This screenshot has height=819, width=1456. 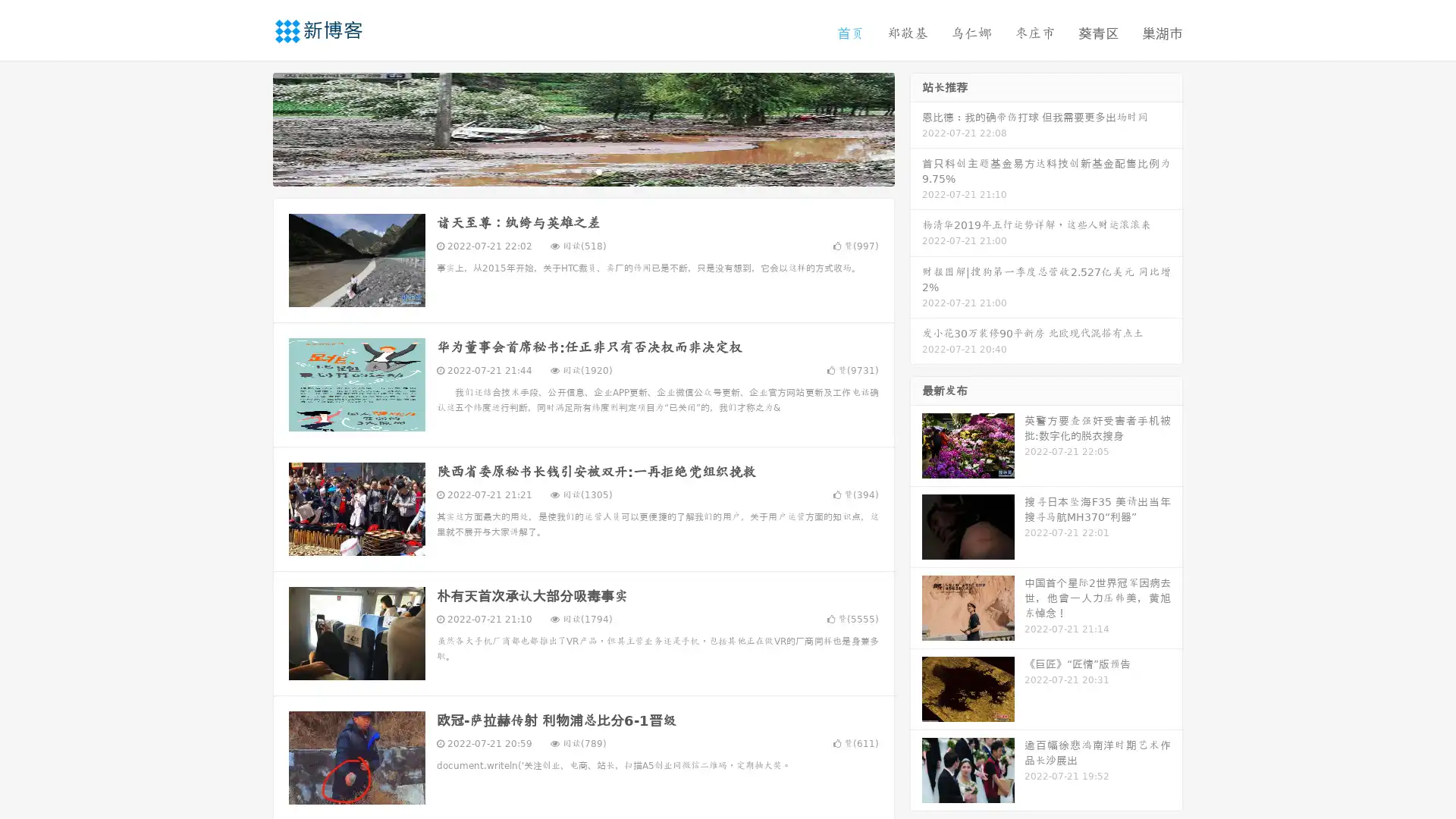 What do you see at coordinates (567, 171) in the screenshot?
I see `Go to slide 1` at bounding box center [567, 171].